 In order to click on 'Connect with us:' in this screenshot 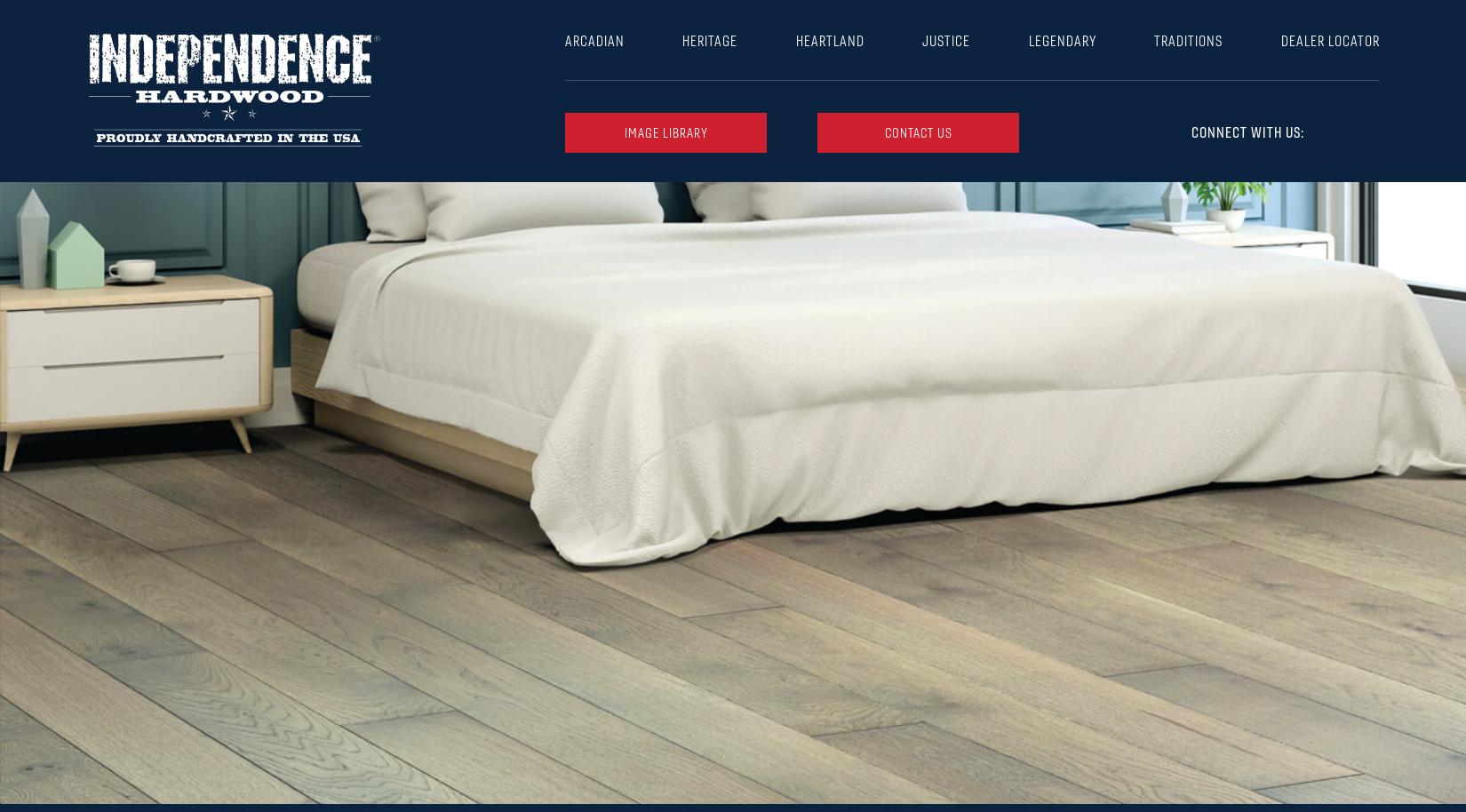, I will do `click(1190, 131)`.